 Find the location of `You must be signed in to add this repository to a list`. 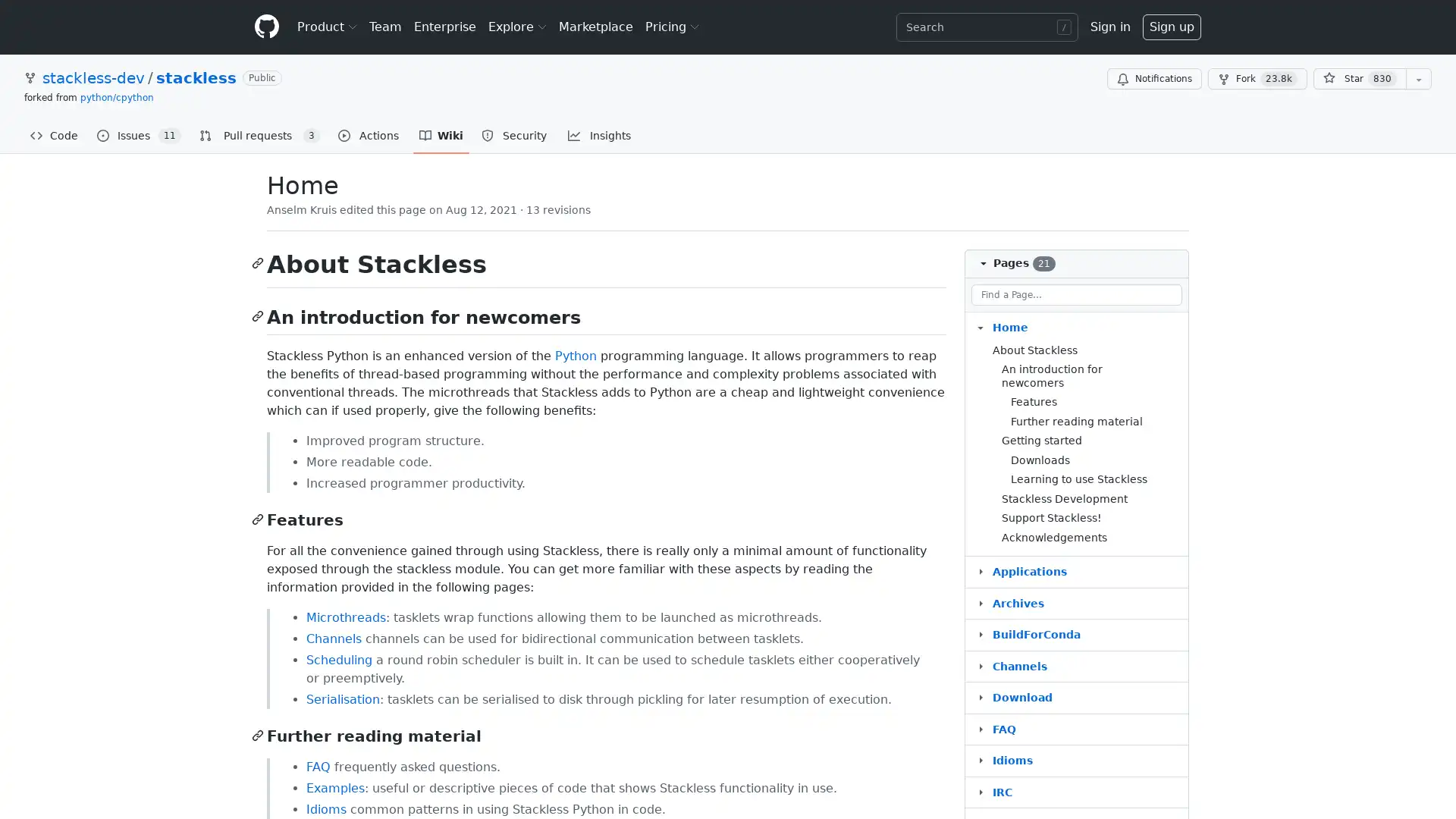

You must be signed in to add this repository to a list is located at coordinates (1418, 79).